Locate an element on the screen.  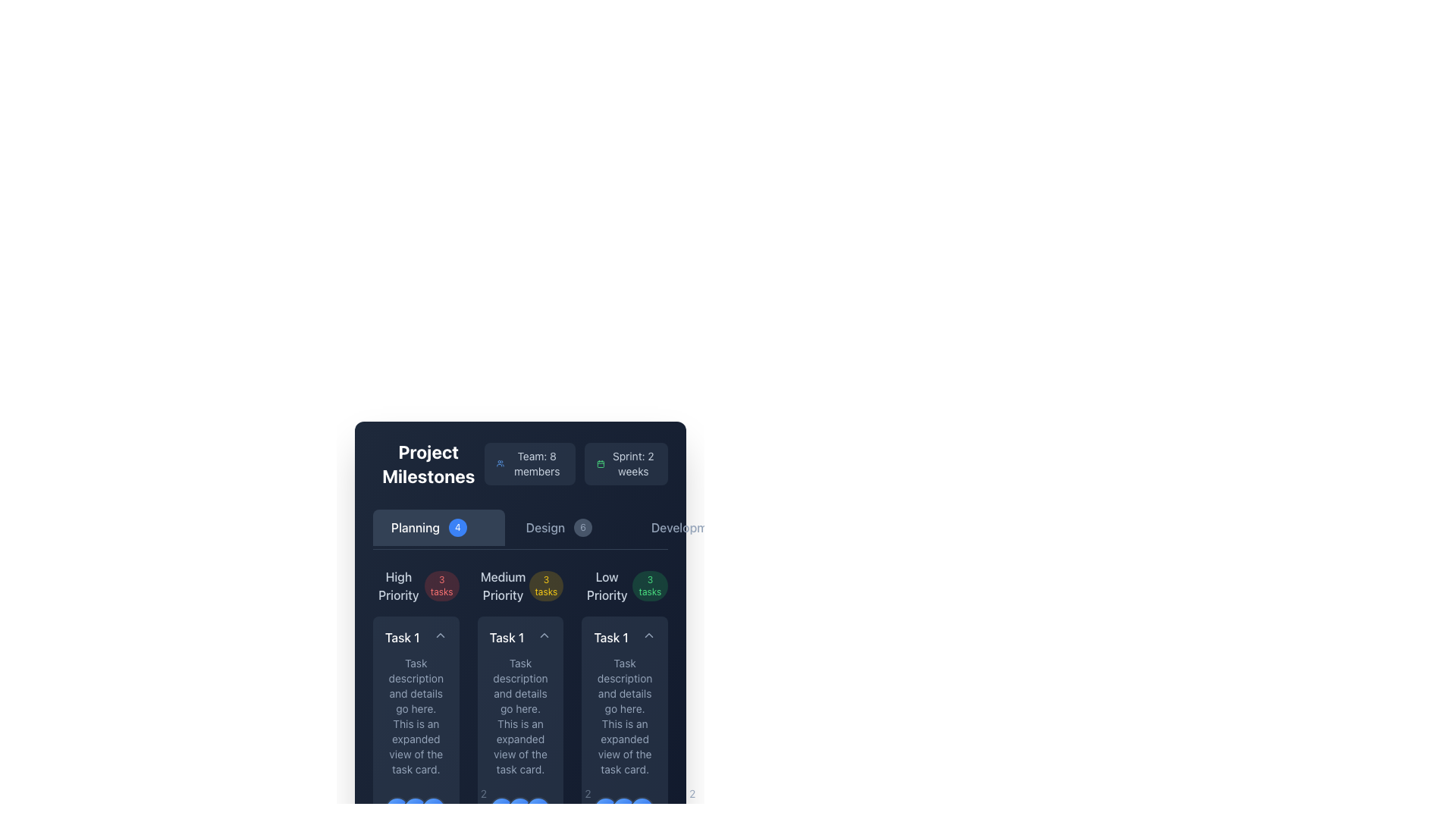
the information displayed on the Label with graphic indicator showing the number of team members assigned to the current project, located beneath 'Project Milestones' is located at coordinates (520, 463).